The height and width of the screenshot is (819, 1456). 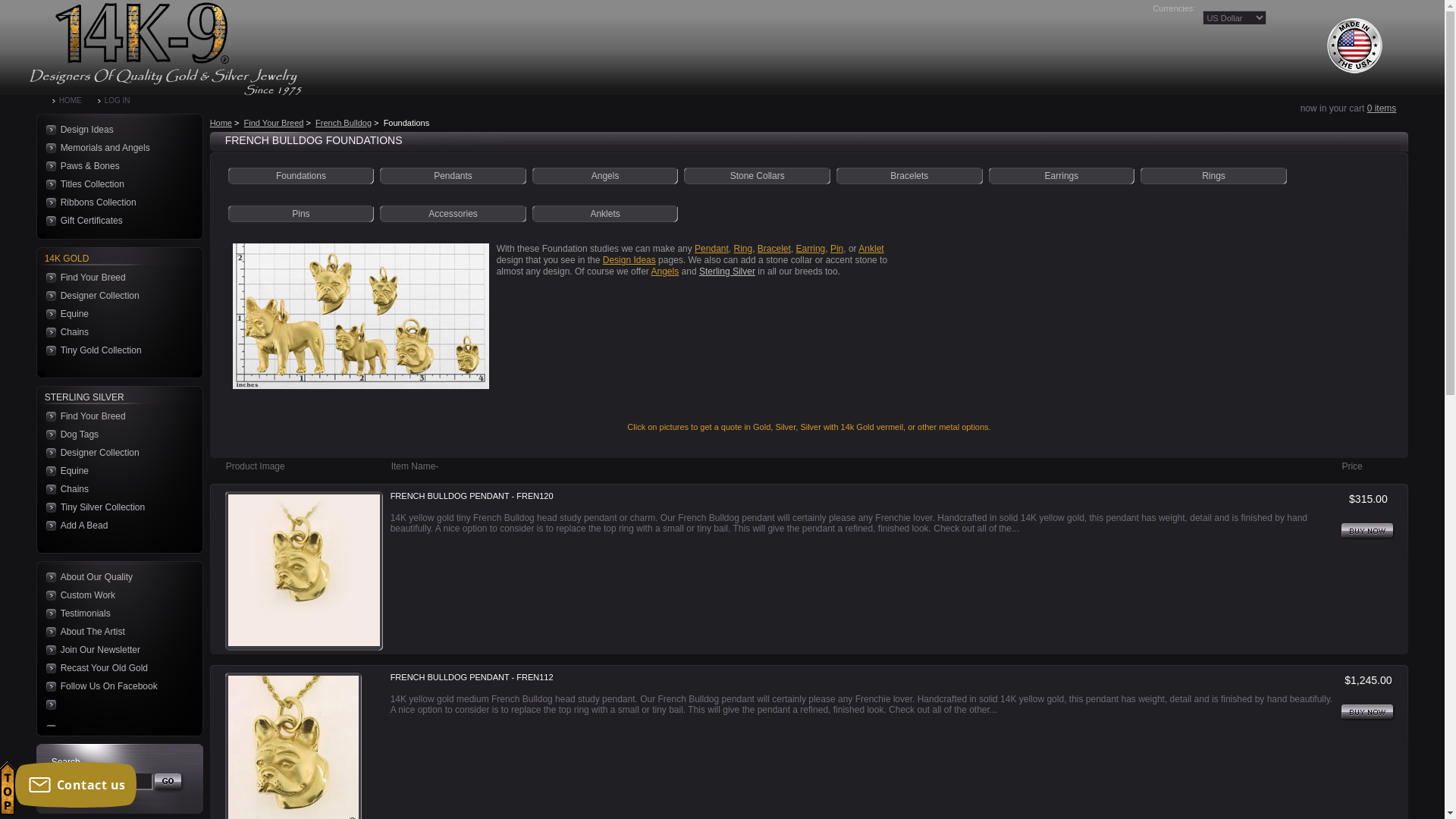 I want to click on 'Tiny Gold Collection', so click(x=115, y=350).